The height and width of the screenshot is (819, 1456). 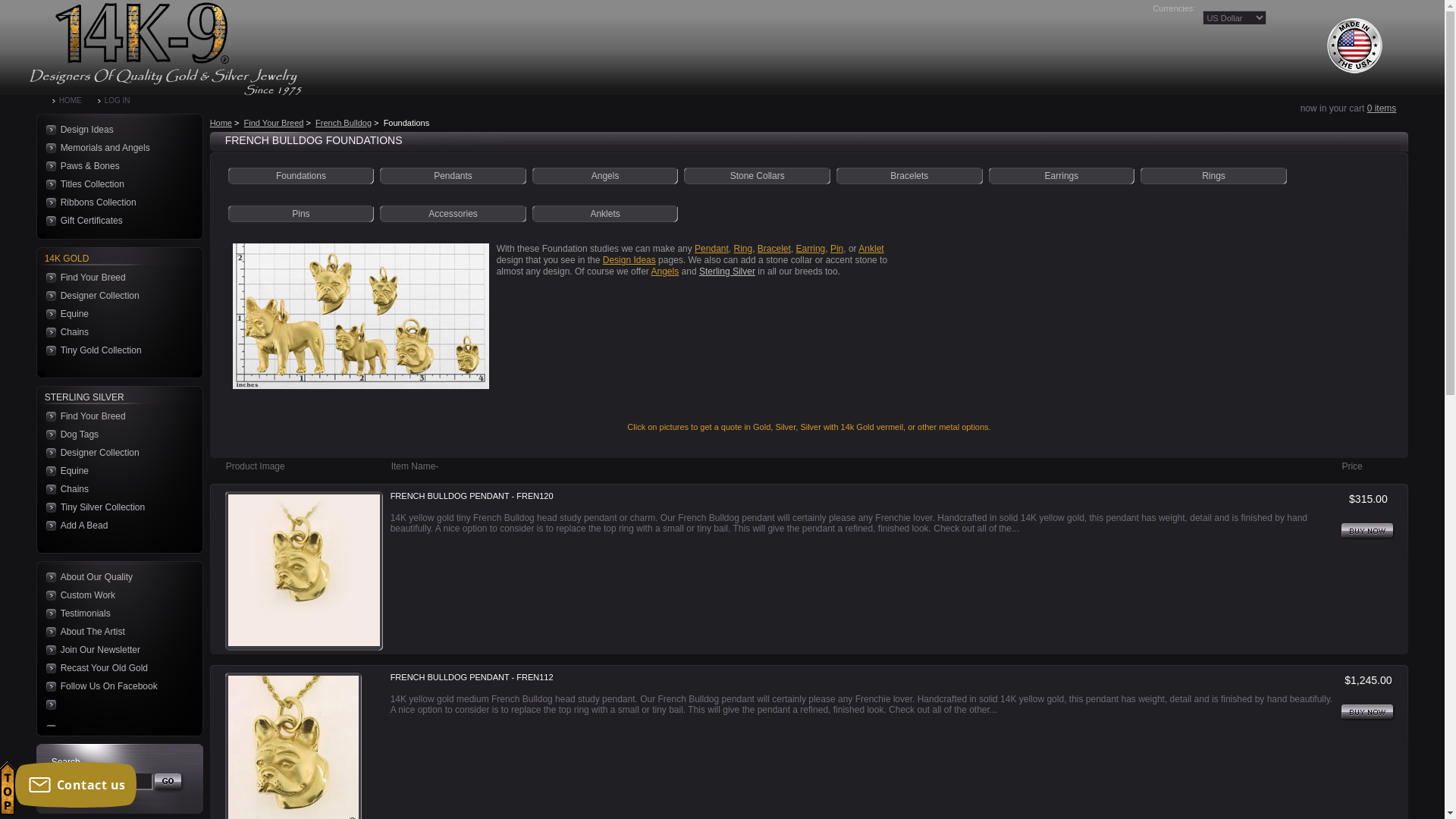 I want to click on 'Tiny Gold Collection', so click(x=115, y=350).